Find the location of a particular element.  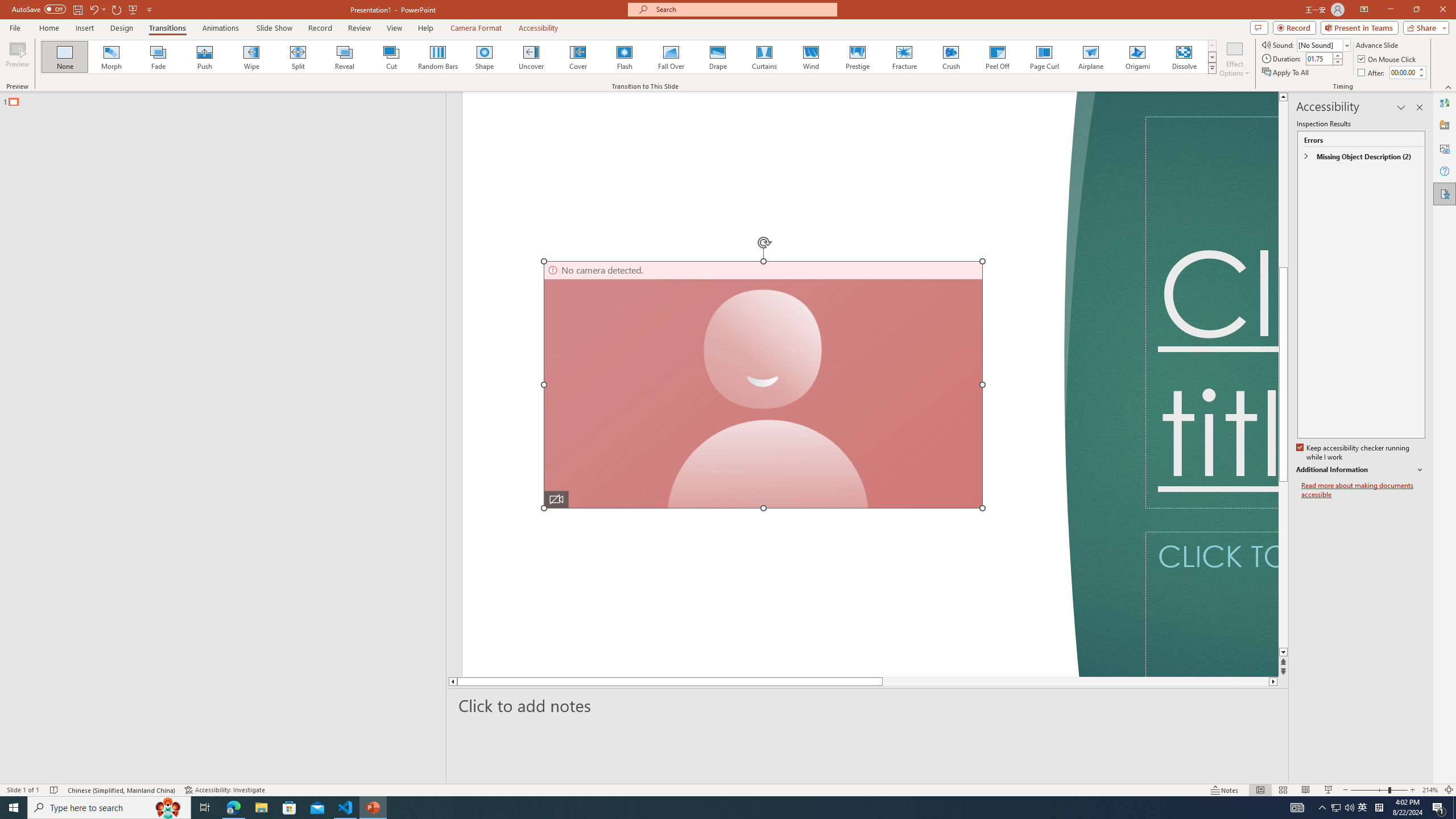

'Undo' is located at coordinates (97, 9).